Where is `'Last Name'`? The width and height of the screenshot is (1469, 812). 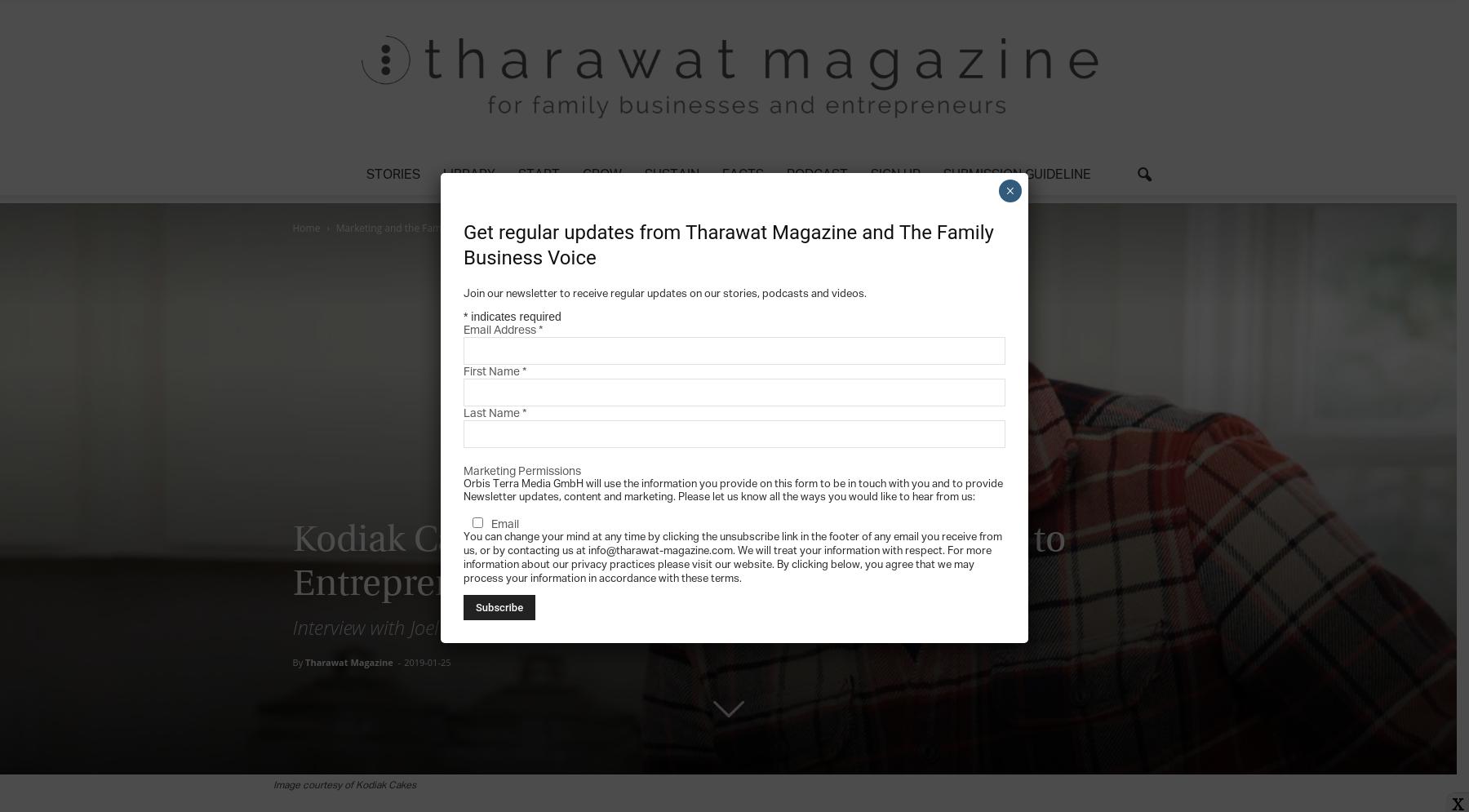 'Last Name' is located at coordinates (493, 411).